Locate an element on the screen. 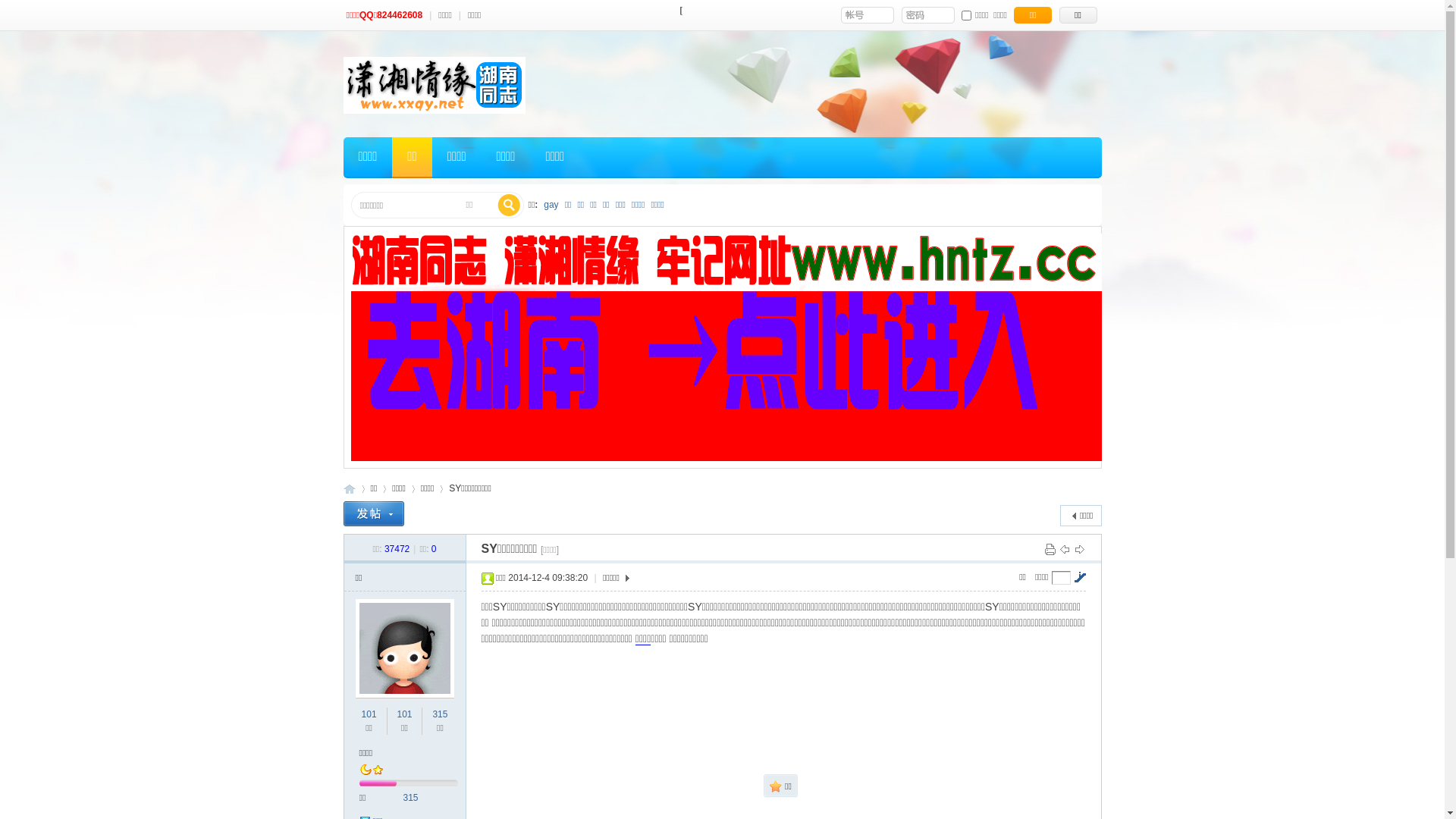 This screenshot has width=1456, height=819. 'gay' is located at coordinates (550, 205).